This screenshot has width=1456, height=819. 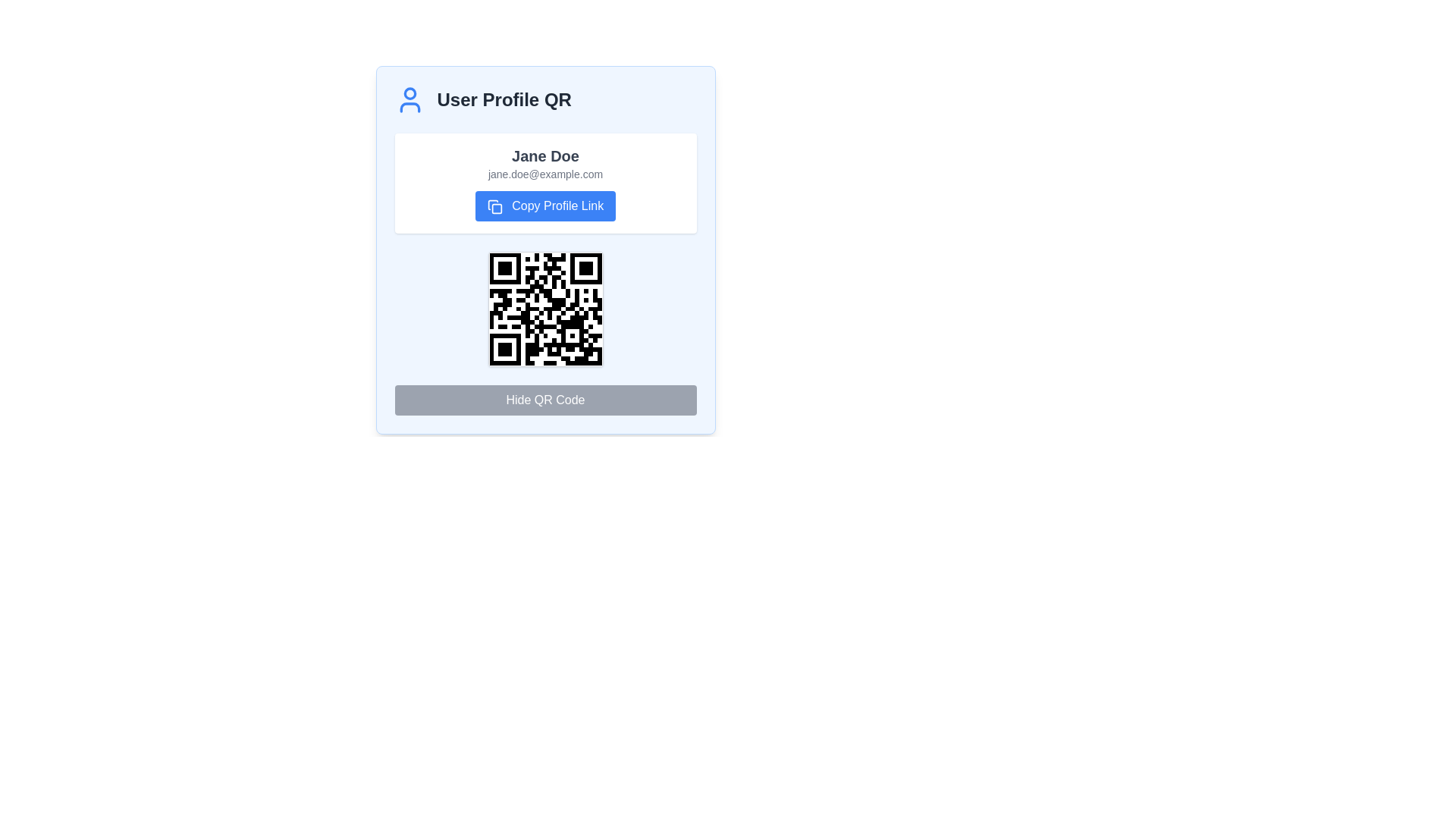 I want to click on the text label displaying 'Jane Doe', which is a bold, gray-colored label larger than the surrounding text, located within the profile card UI component, so click(x=545, y=155).